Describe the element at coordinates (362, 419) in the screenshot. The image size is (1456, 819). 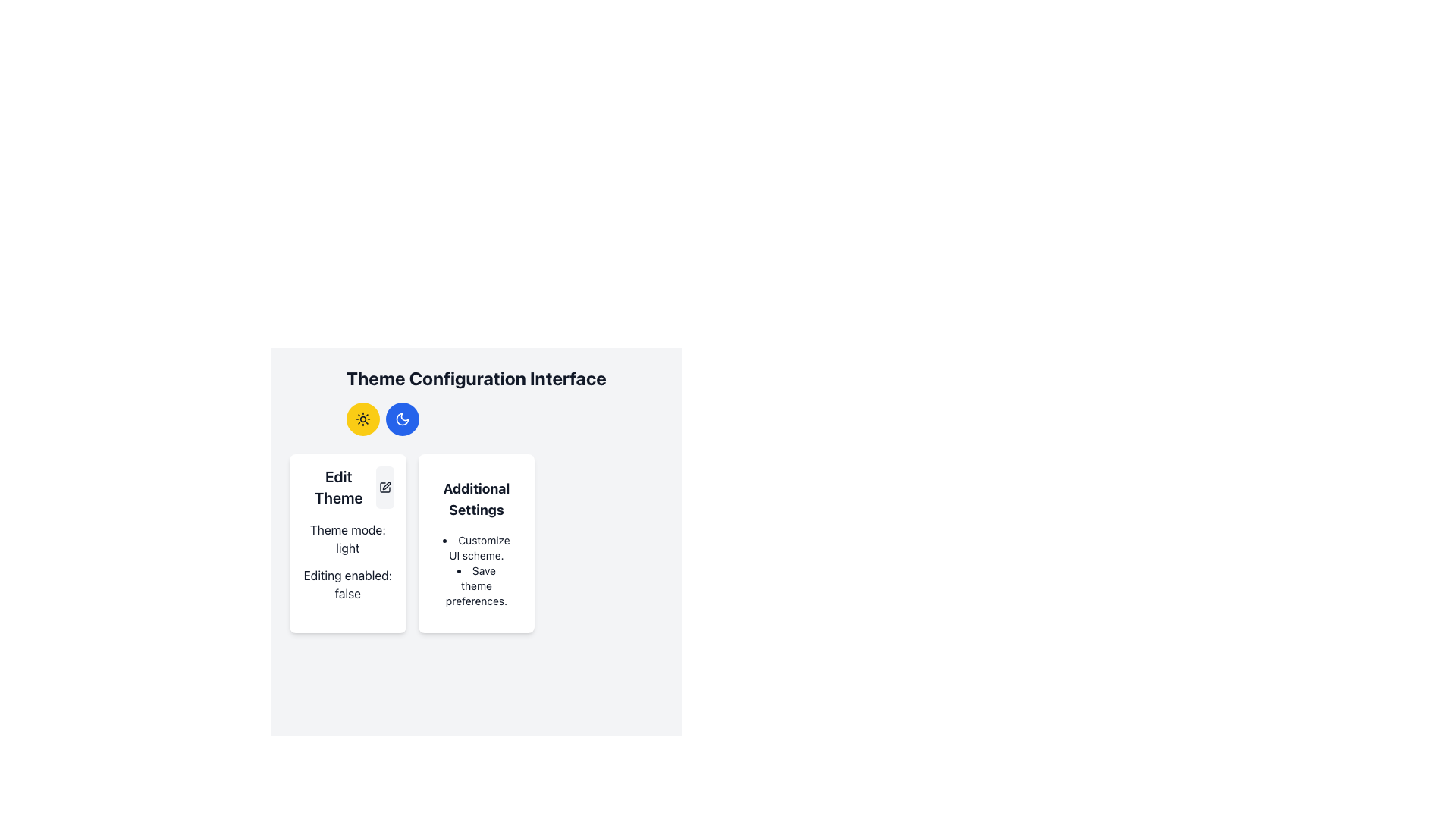
I see `the circular yellow button icon that indicates the activation of a light theme` at that location.